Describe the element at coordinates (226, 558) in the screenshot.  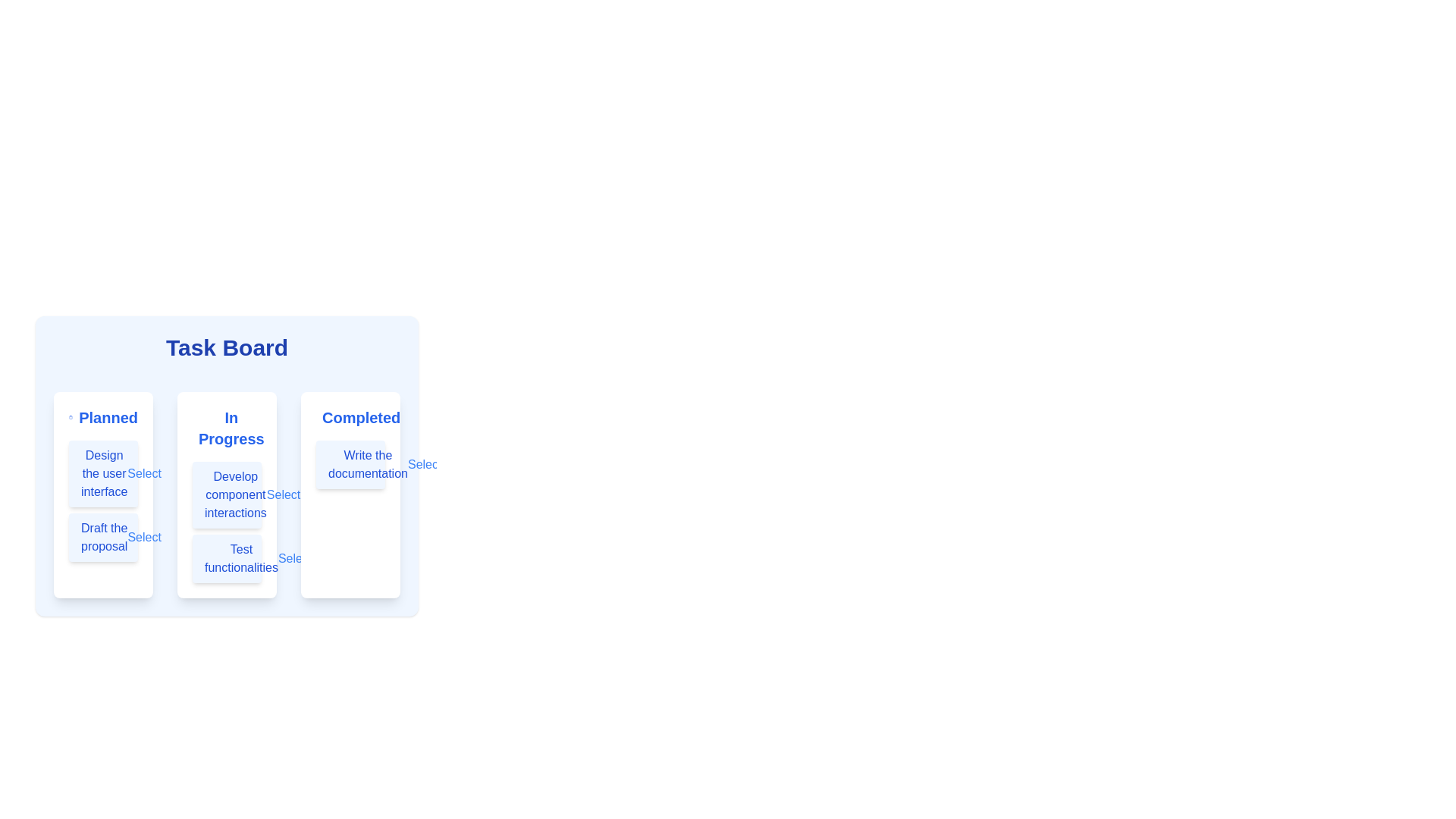
I see `the button labeled 'Test functionalities'` at that location.